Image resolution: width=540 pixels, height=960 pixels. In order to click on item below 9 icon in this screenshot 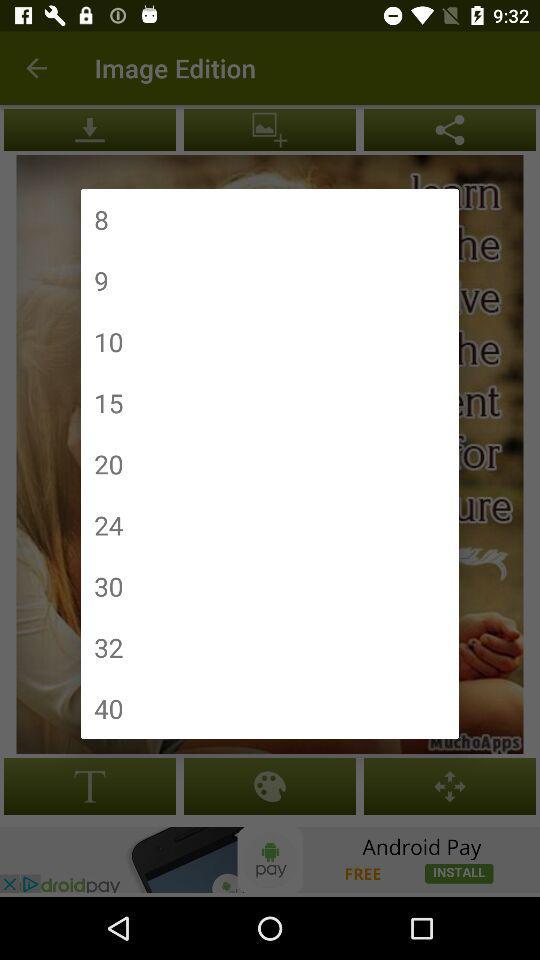, I will do `click(108, 341)`.